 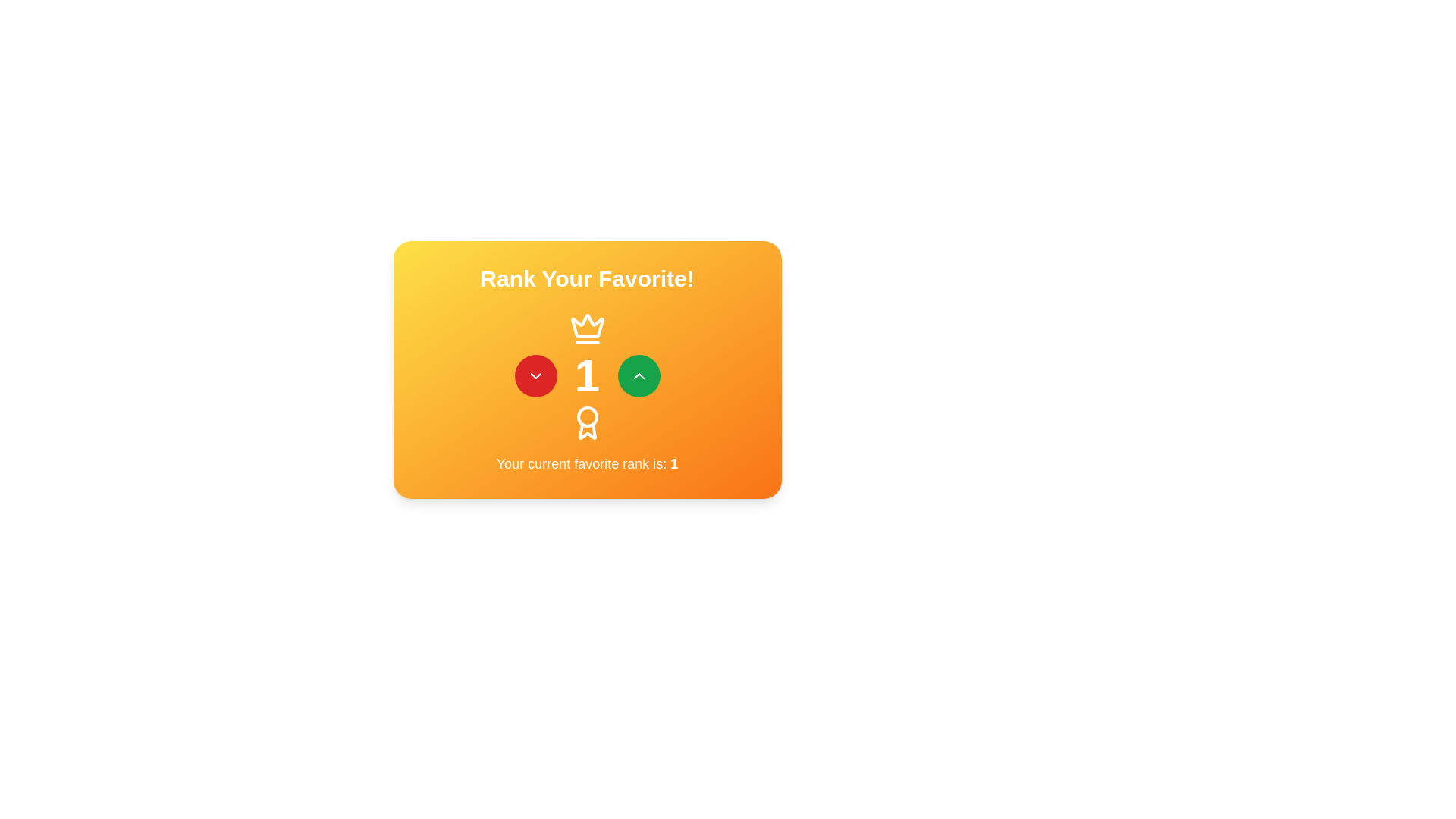 I want to click on the circular red button with a downward-pointing white chevron icon, so click(x=535, y=375).